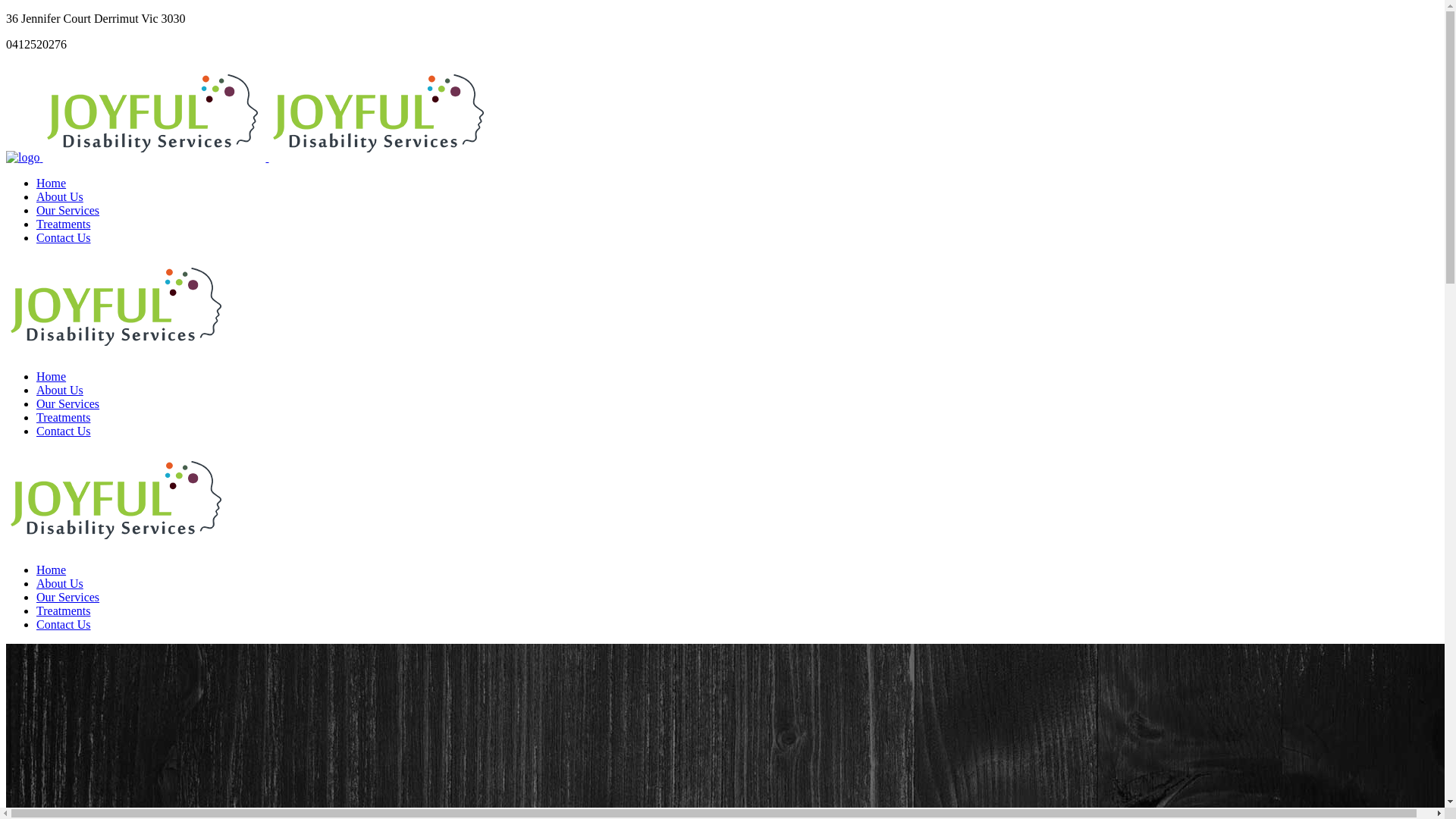  Describe the element at coordinates (62, 417) in the screenshot. I see `'Treatments'` at that location.